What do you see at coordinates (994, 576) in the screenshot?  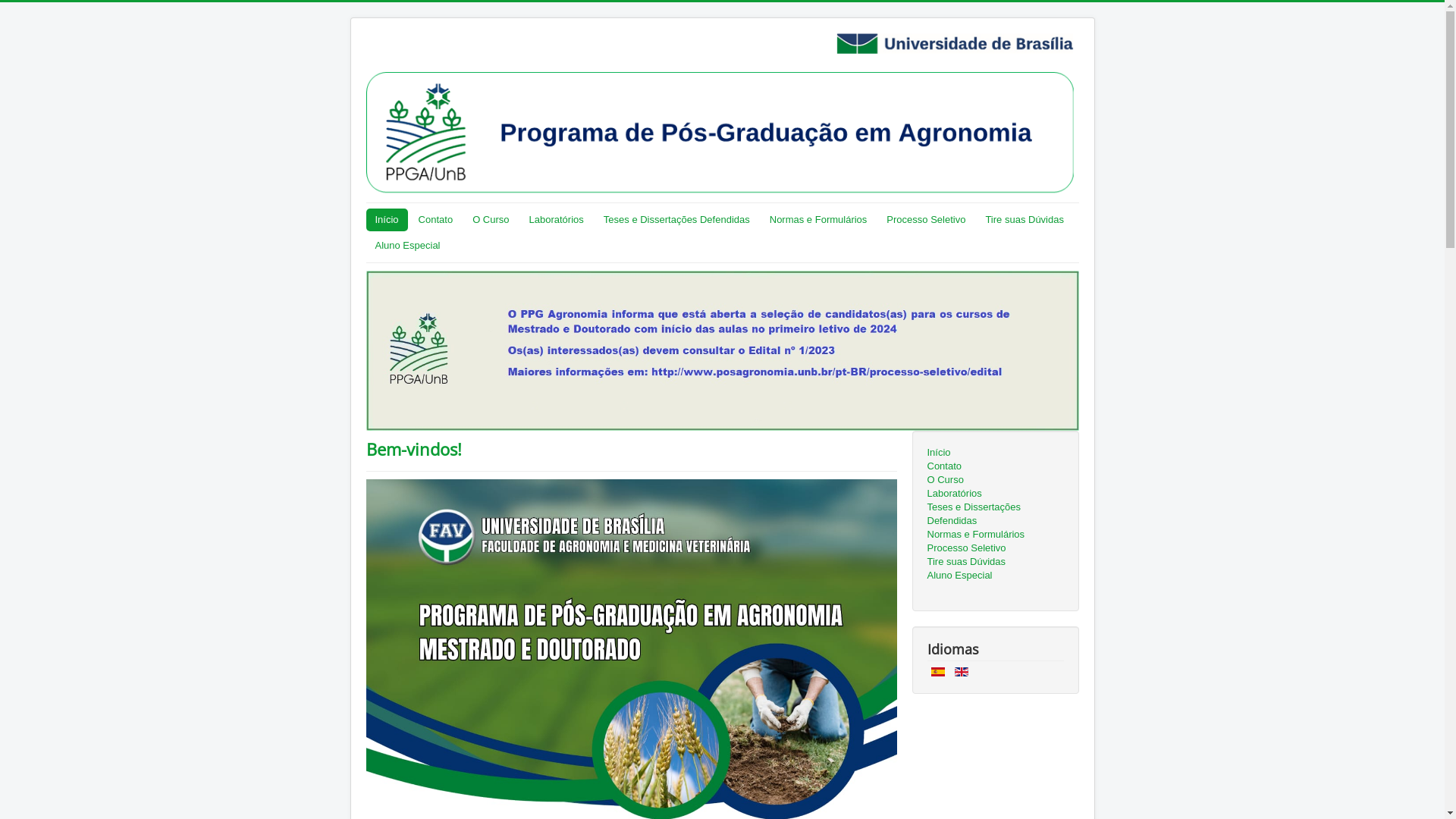 I see `'Aluno Especial'` at bounding box center [994, 576].